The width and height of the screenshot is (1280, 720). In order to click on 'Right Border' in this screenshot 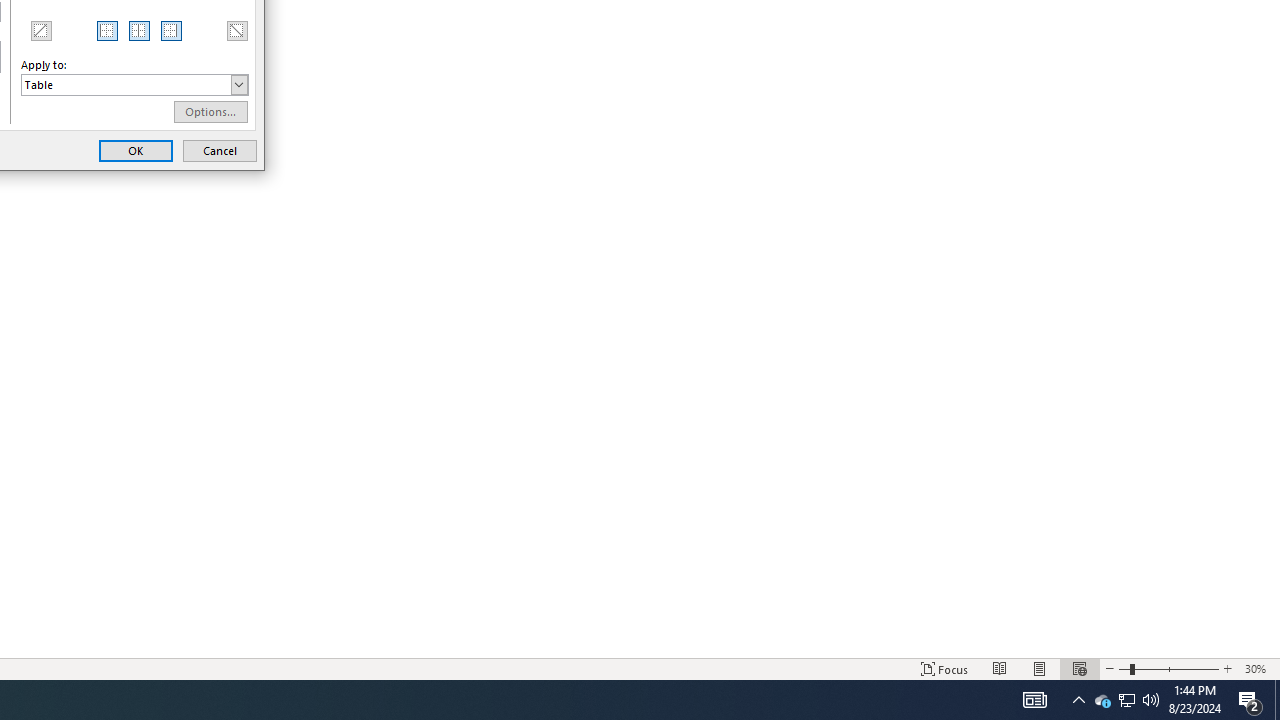, I will do `click(171, 30)`.